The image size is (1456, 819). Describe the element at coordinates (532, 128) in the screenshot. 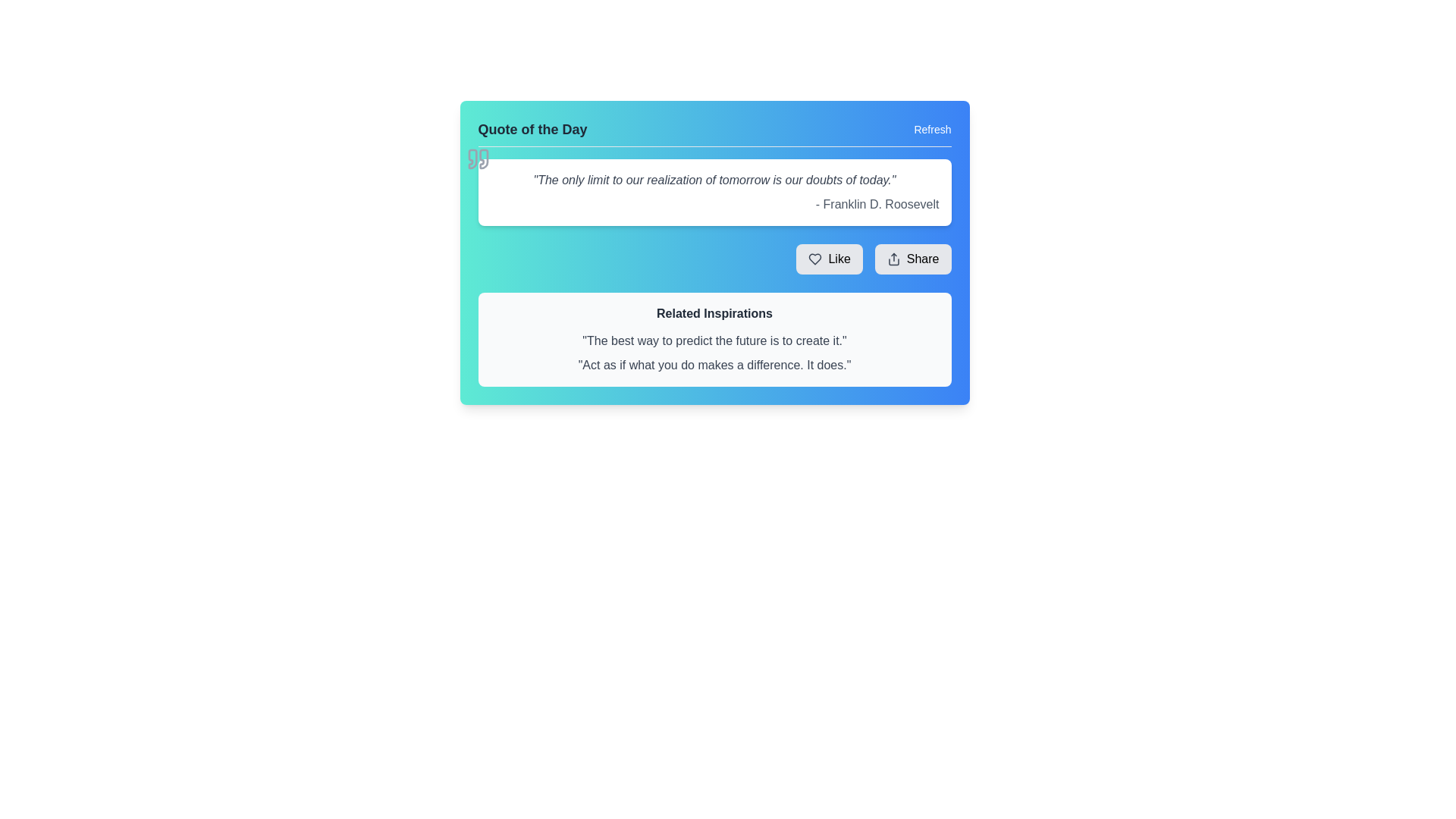

I see `the 'Quote of the Day' text label, which serves as the header for the content section and is positioned at the top-left corner before the 'Refresh' button` at that location.